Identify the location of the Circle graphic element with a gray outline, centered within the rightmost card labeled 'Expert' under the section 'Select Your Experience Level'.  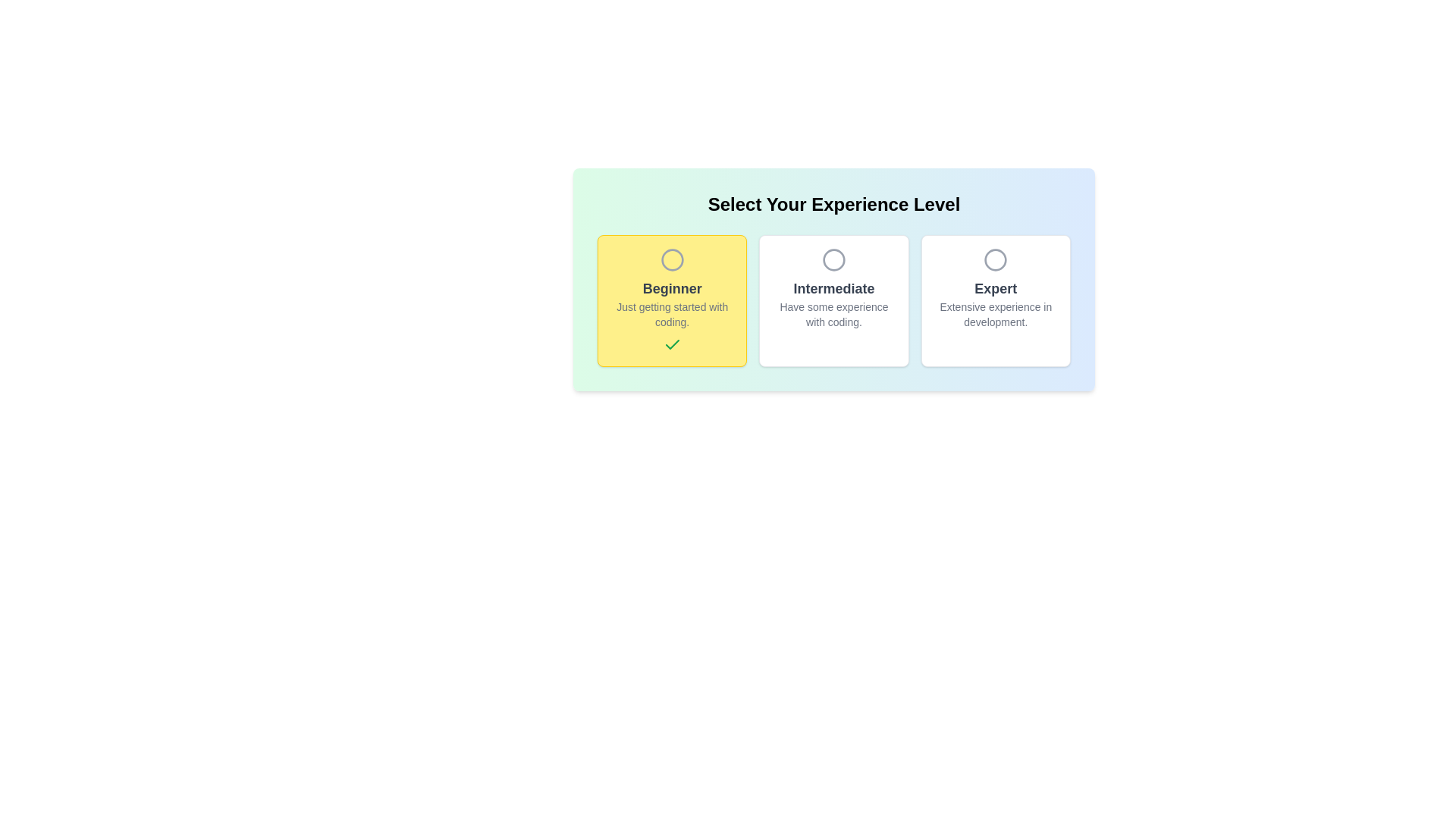
(996, 259).